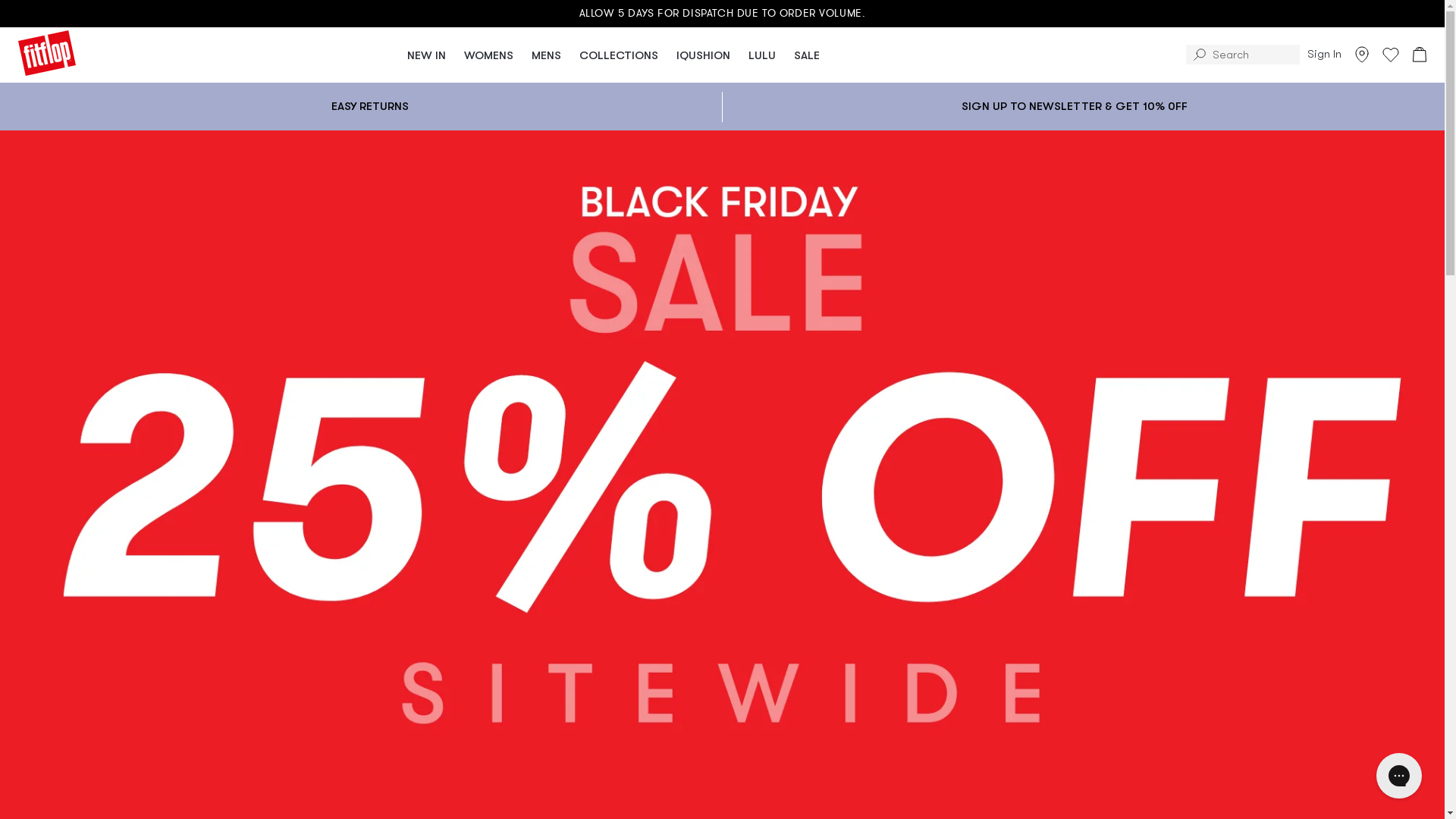  I want to click on 'SIGN UP TO NEWSLETTER & GET 10% 0FF', so click(1073, 105).